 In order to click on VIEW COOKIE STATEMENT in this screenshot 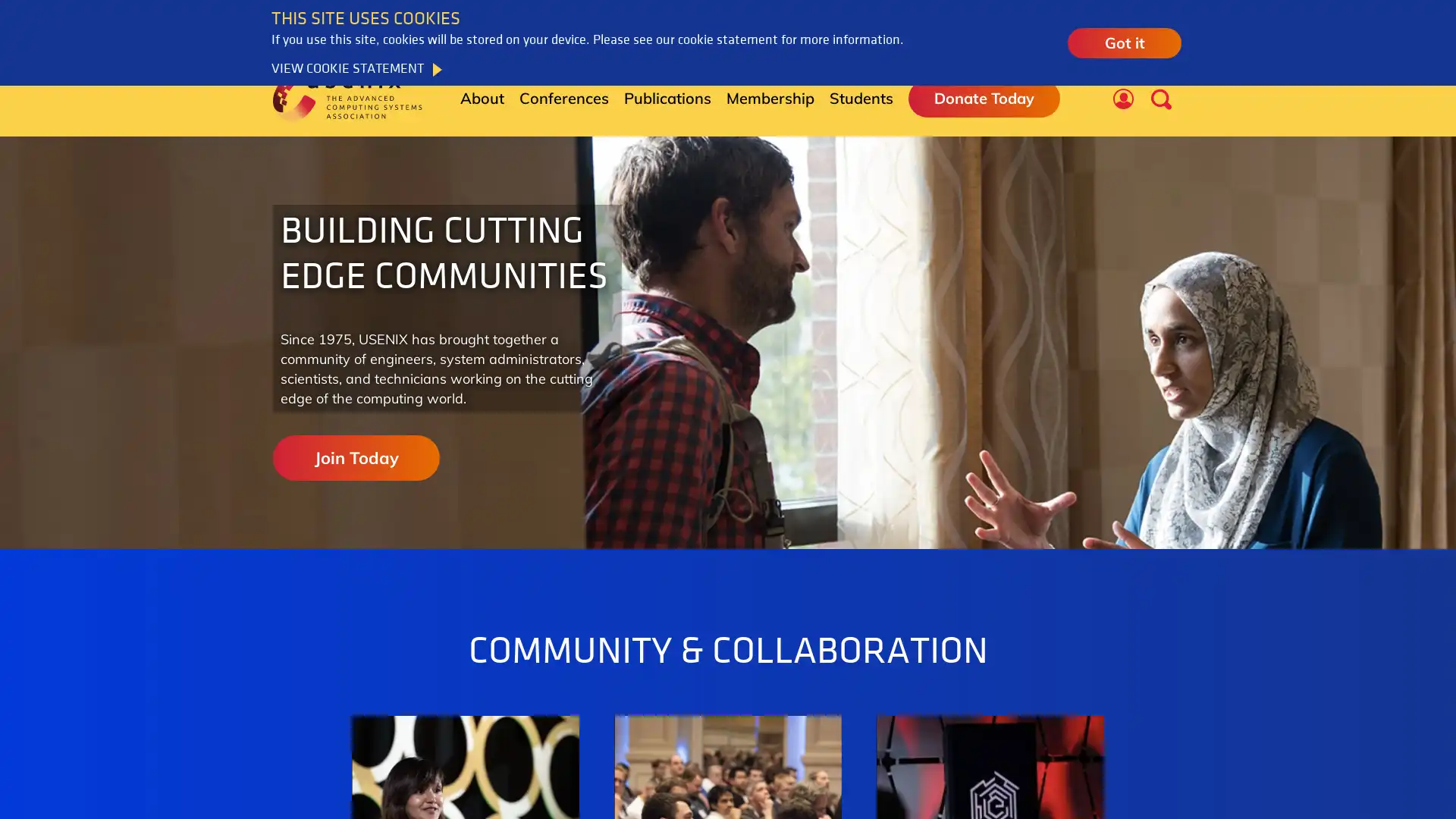, I will do `click(347, 69)`.